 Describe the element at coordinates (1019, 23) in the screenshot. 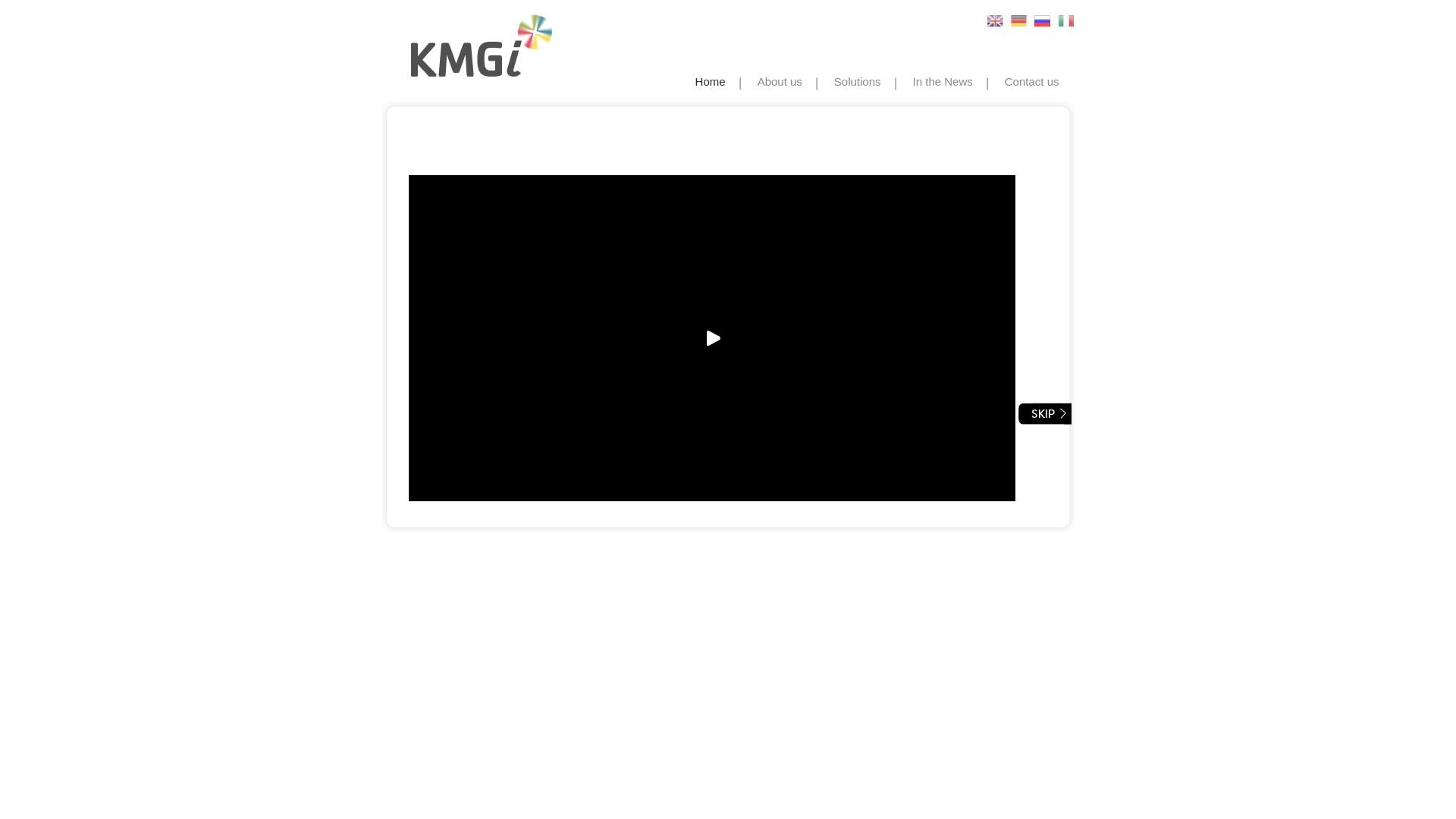

I see `'German'` at that location.